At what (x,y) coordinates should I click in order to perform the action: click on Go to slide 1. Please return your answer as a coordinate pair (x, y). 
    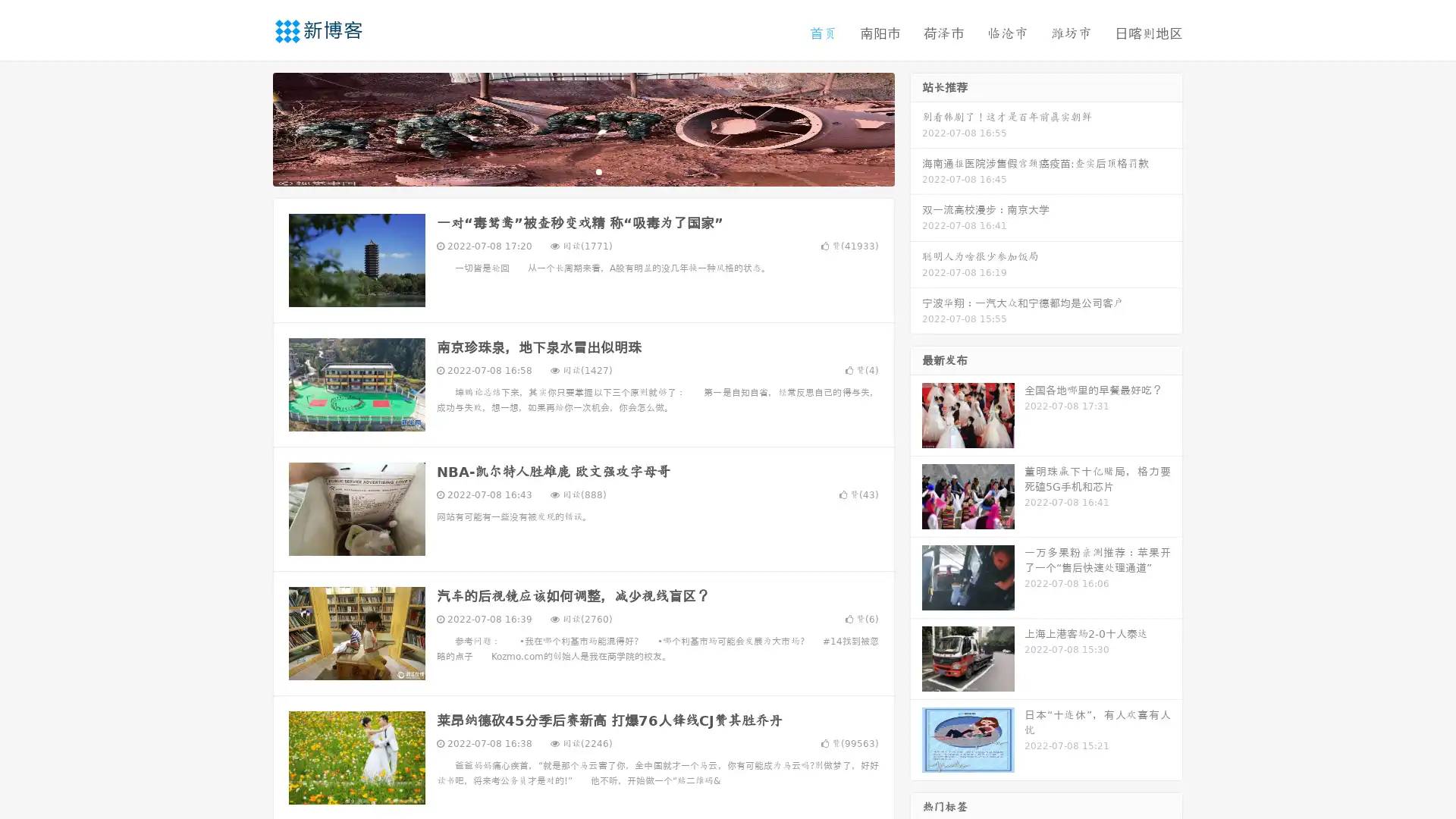
    Looking at the image, I should click on (567, 171).